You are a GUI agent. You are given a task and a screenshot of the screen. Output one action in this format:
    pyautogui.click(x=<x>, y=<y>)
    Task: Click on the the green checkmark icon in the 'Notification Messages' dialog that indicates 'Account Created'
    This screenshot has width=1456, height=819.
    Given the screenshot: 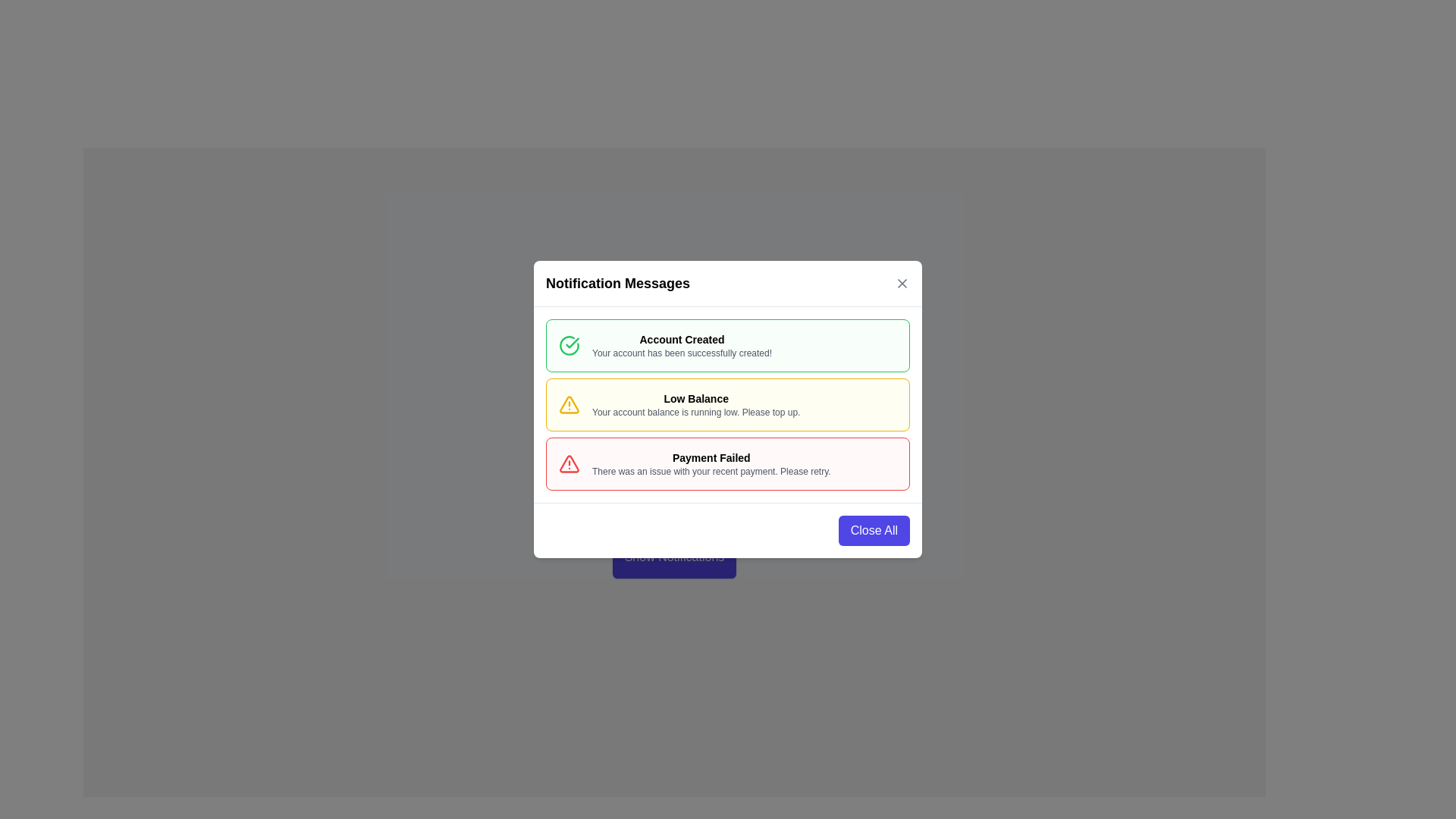 What is the action you would take?
    pyautogui.click(x=572, y=343)
    